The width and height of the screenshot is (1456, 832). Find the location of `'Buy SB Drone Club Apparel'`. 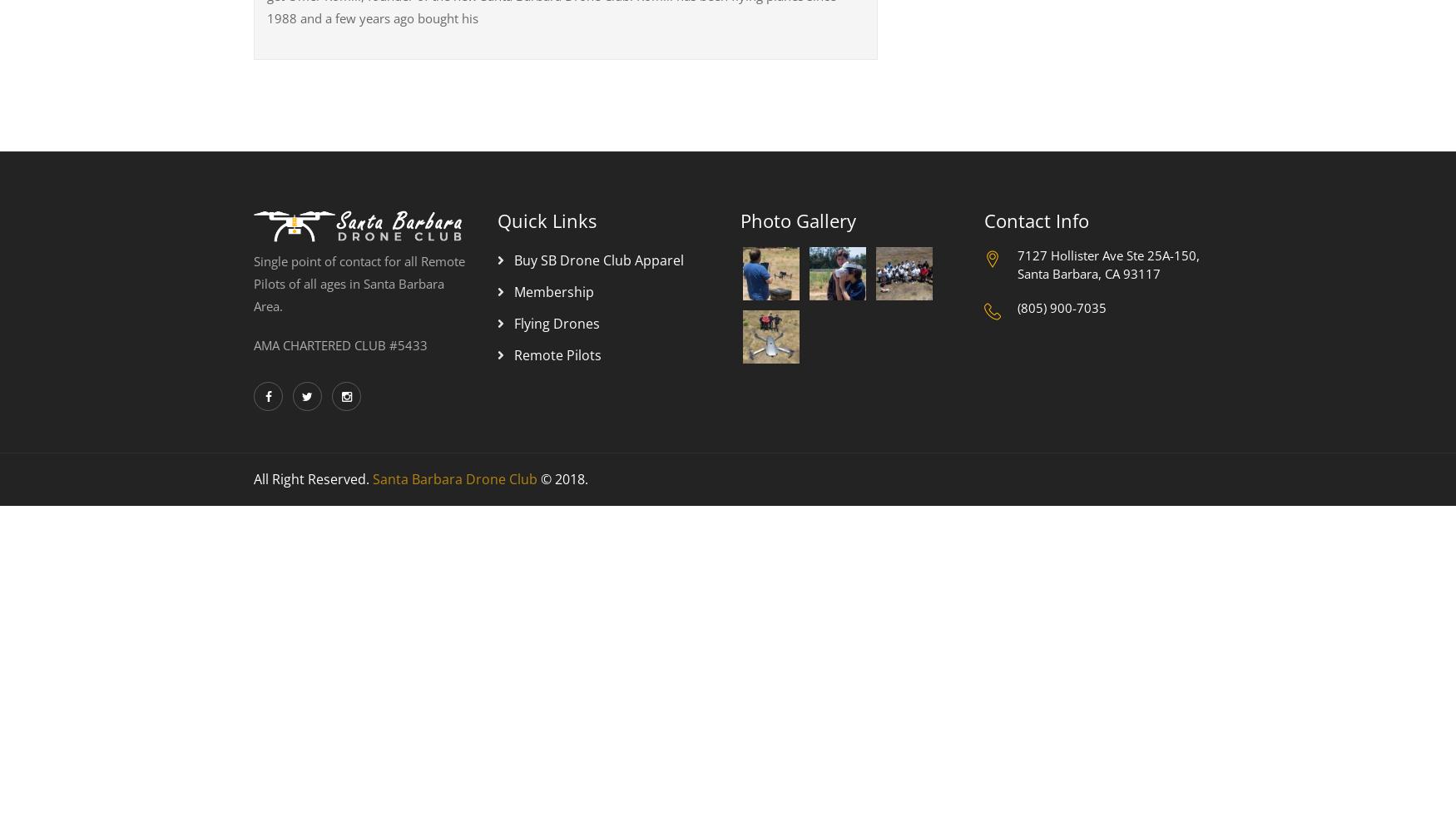

'Buy SB Drone Club Apparel' is located at coordinates (598, 260).